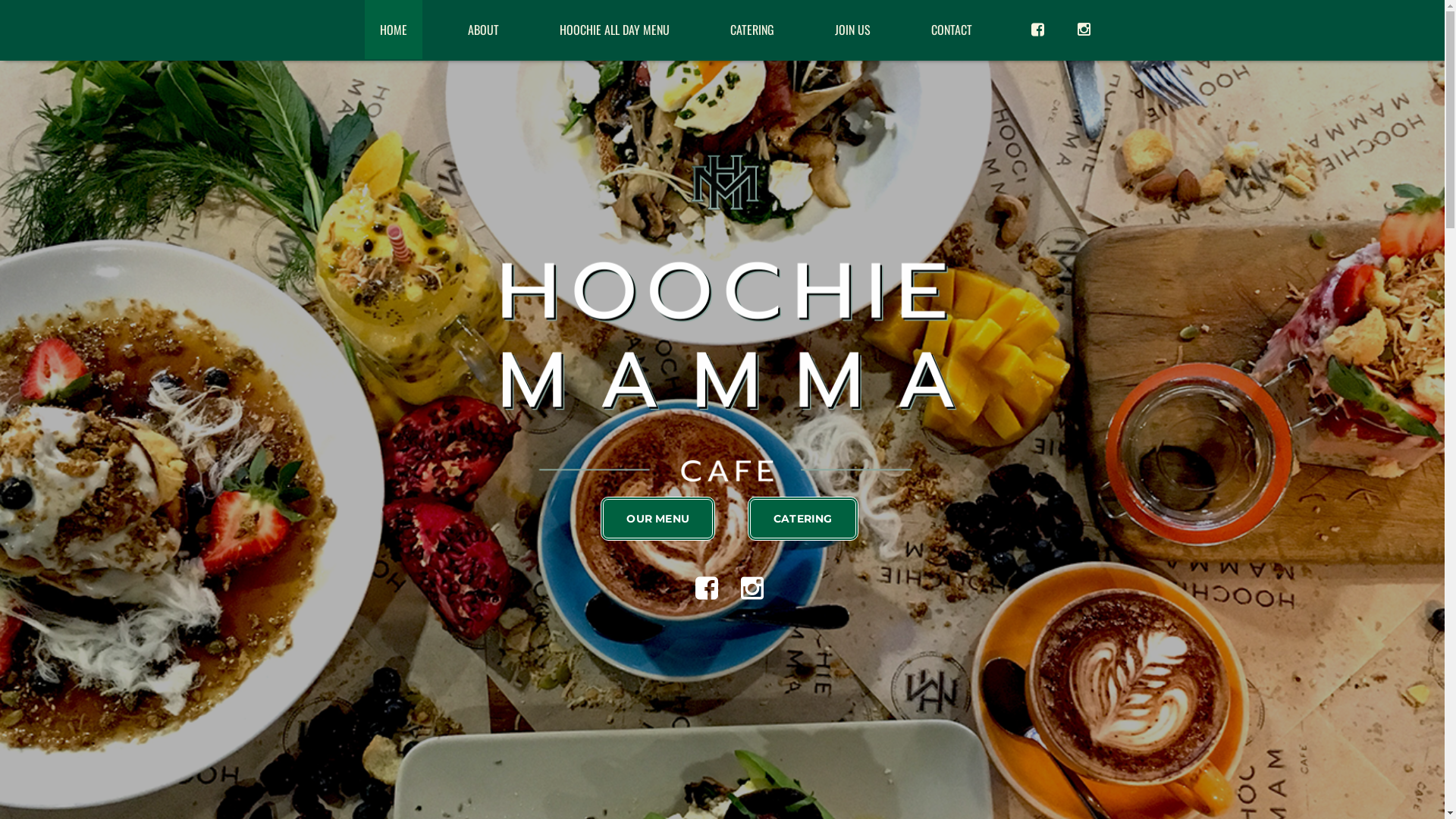 The height and width of the screenshot is (819, 1456). I want to click on 'HOOCHIE ALL DAY MENU', so click(544, 29).